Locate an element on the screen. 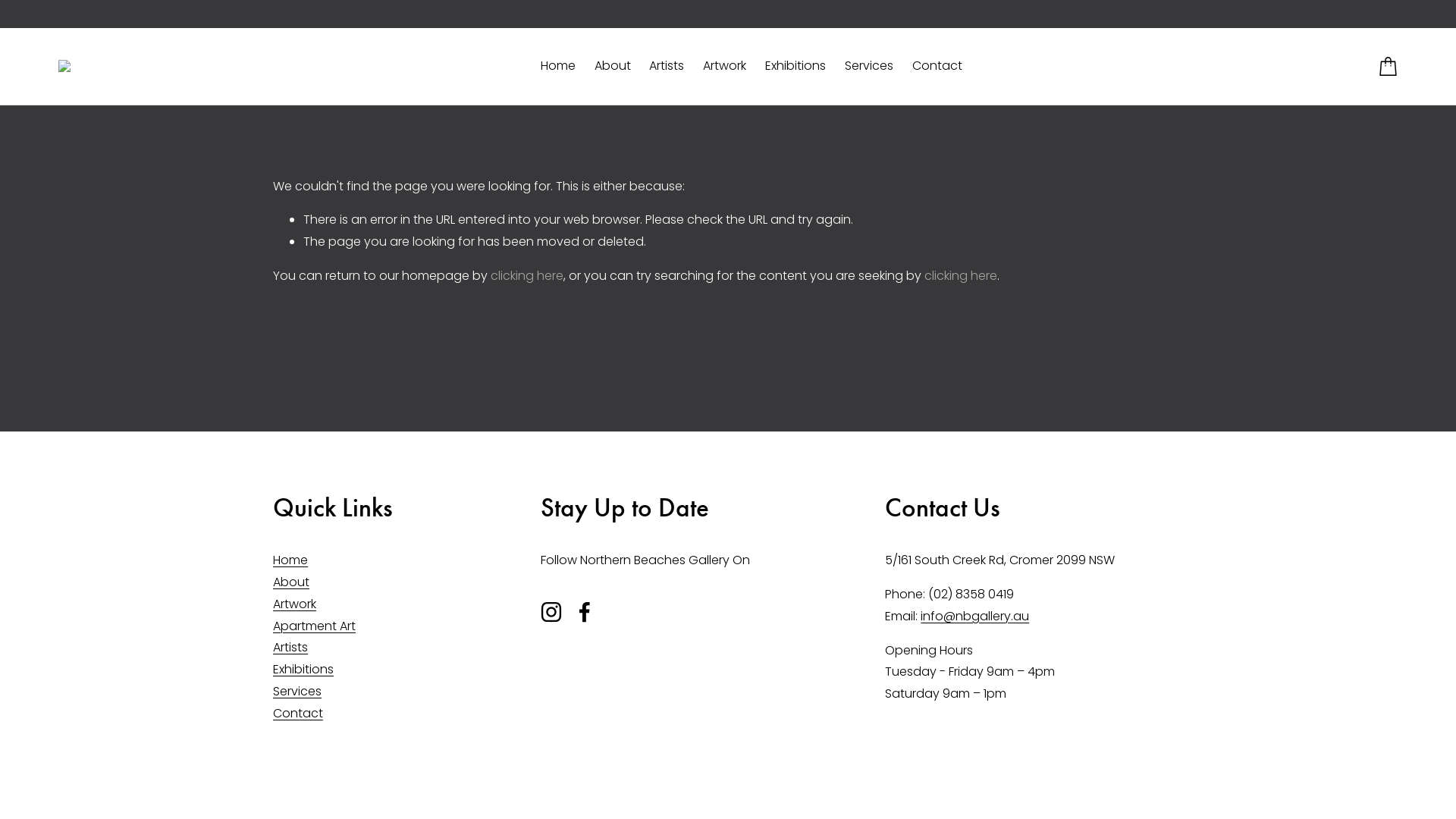  'Contact' is located at coordinates (912, 65).